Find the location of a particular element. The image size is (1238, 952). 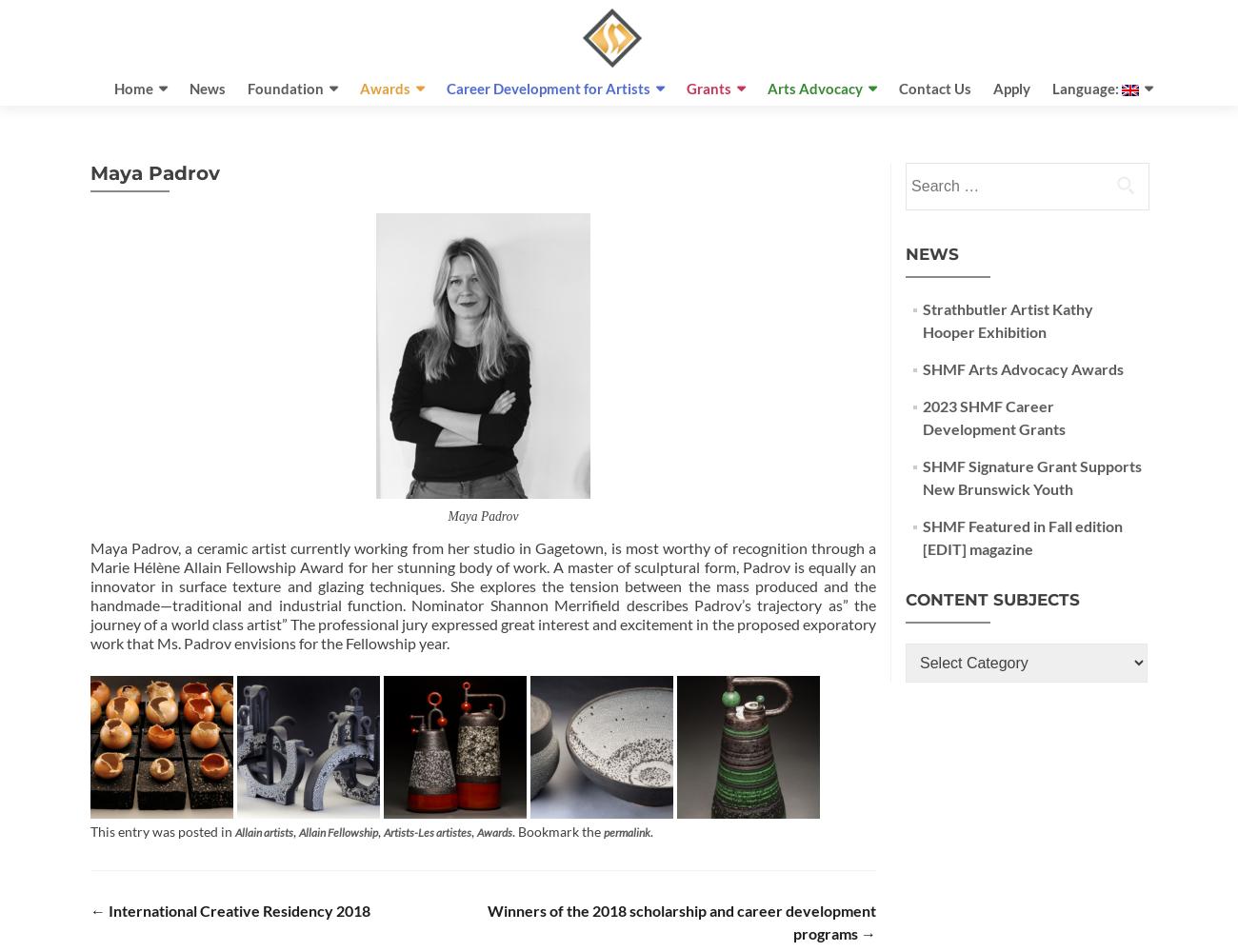

'SHMF Signature Grant Supports New Brunswick Youth' is located at coordinates (1031, 477).